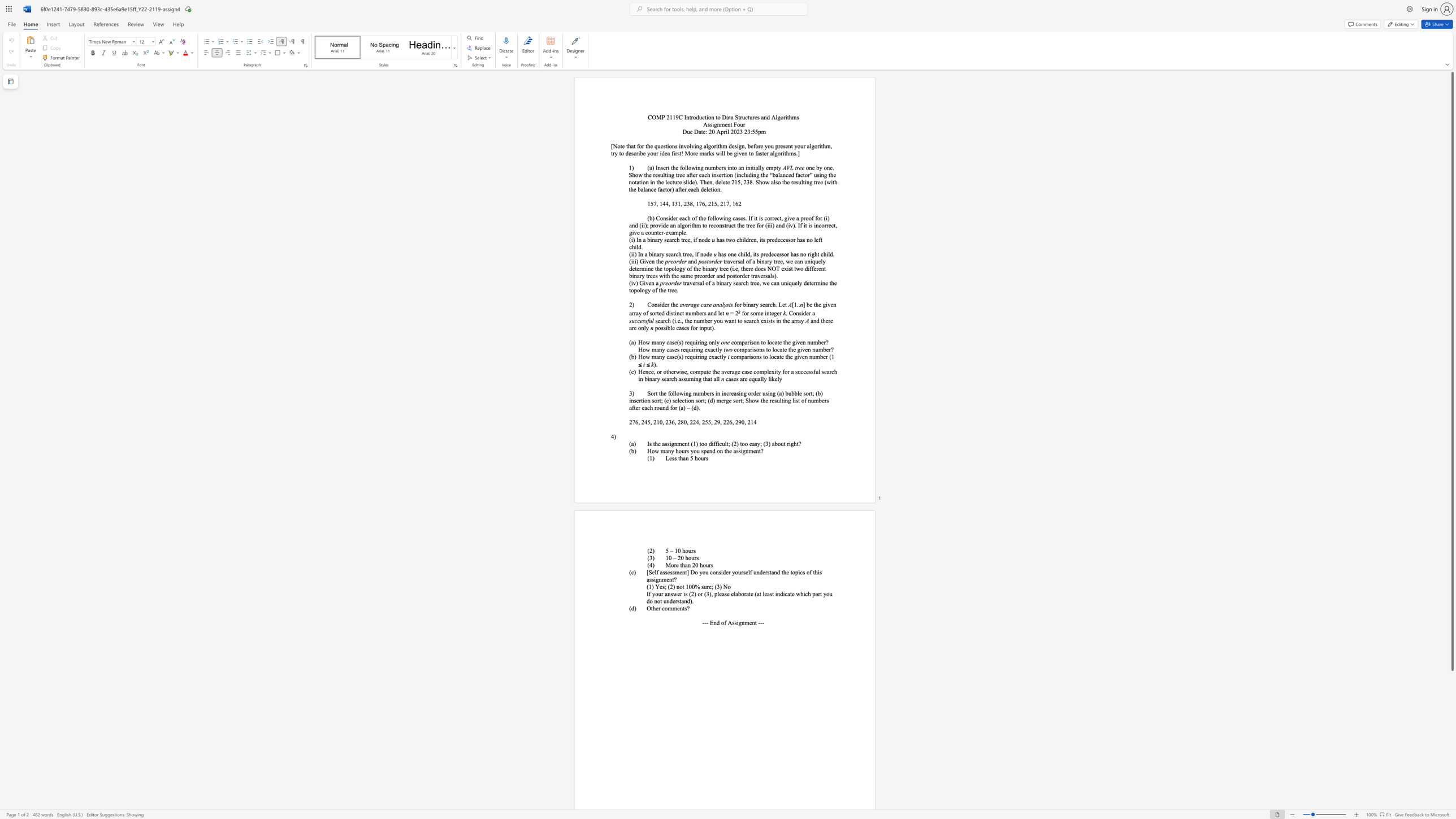 This screenshot has width=1456, height=819. I want to click on the subset text "sfu" within the text "successful", so click(644, 320).